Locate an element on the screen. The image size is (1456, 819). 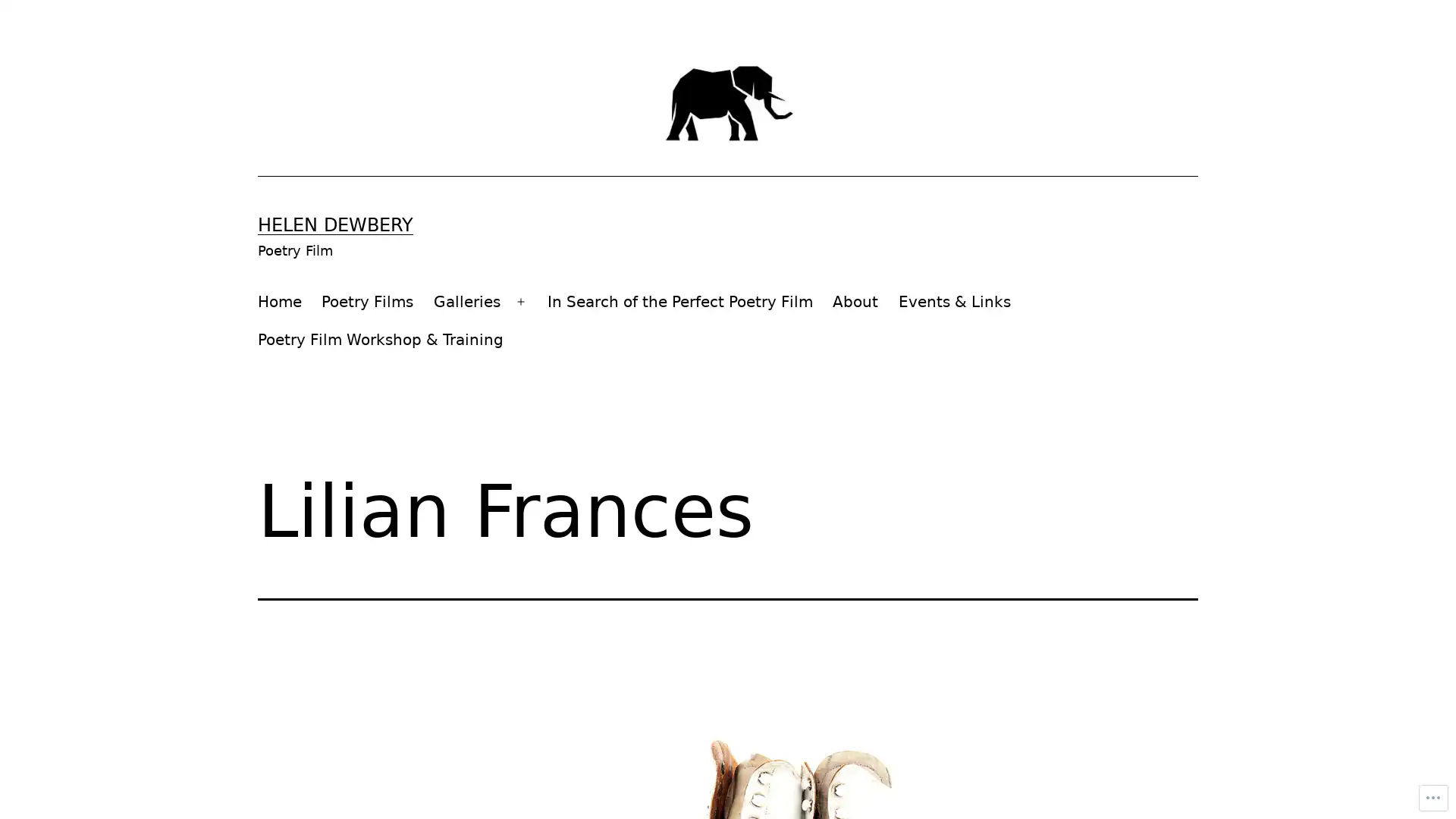
Open menu is located at coordinates (520, 301).